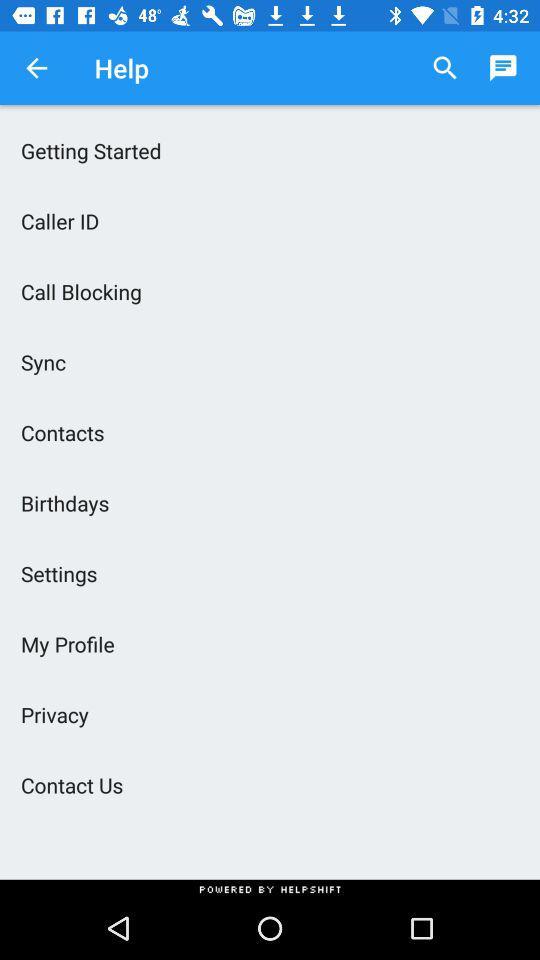  I want to click on sync item, so click(270, 361).